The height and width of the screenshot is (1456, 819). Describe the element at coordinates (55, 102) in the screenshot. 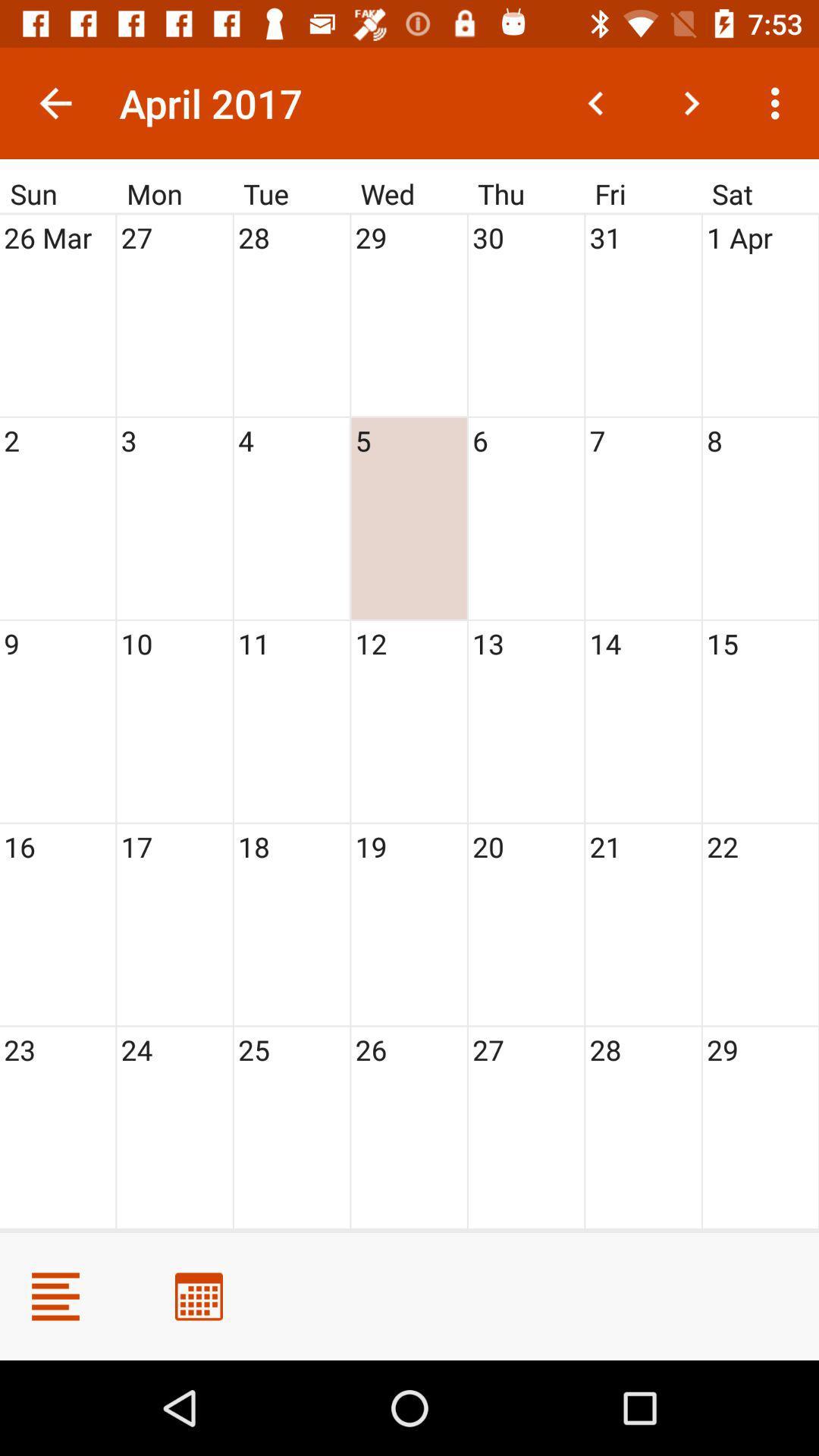

I see `the item above sun icon` at that location.